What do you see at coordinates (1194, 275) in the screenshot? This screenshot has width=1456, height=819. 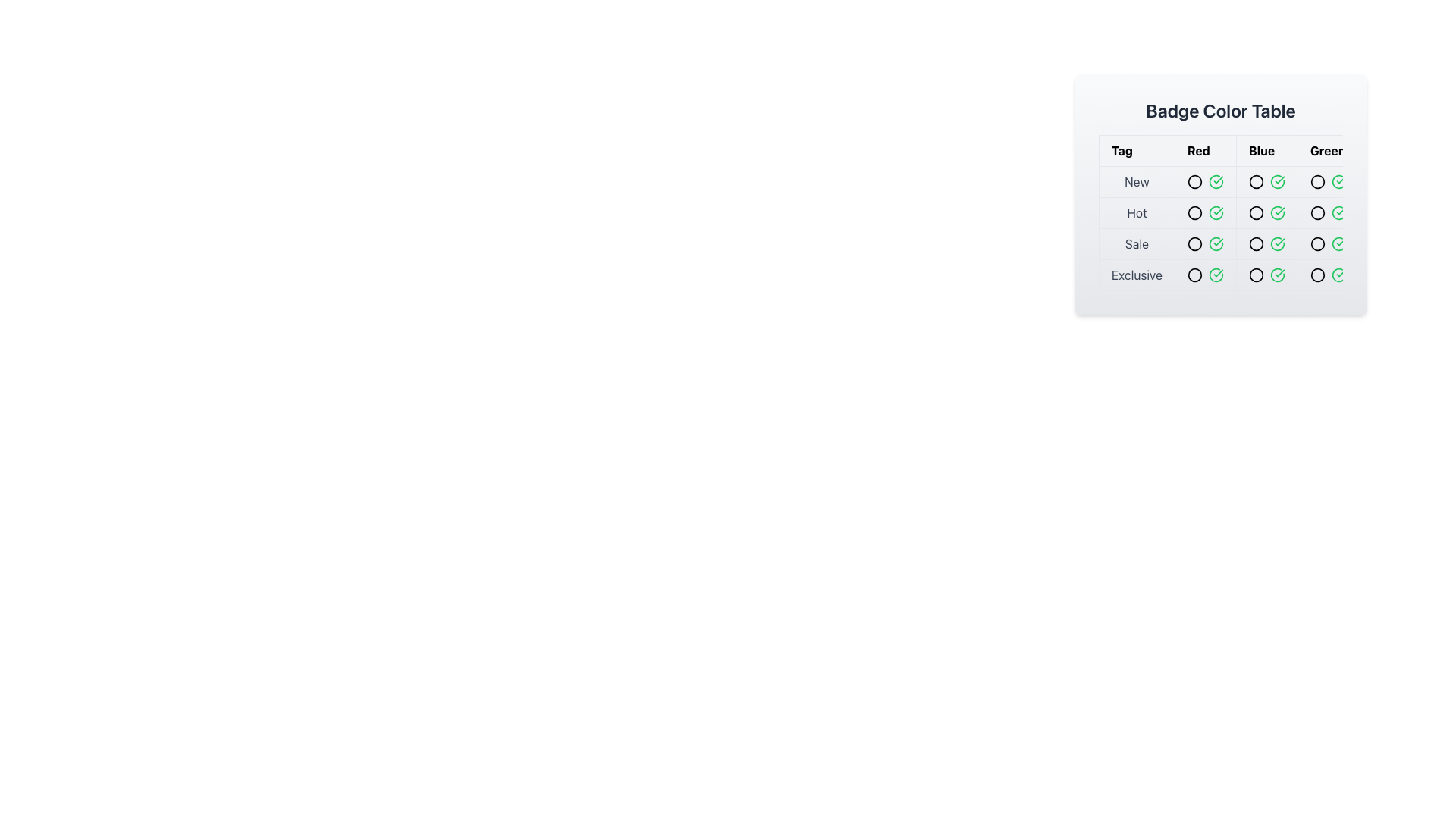 I see `the circular red icon in the 'Exclusive' row` at bounding box center [1194, 275].